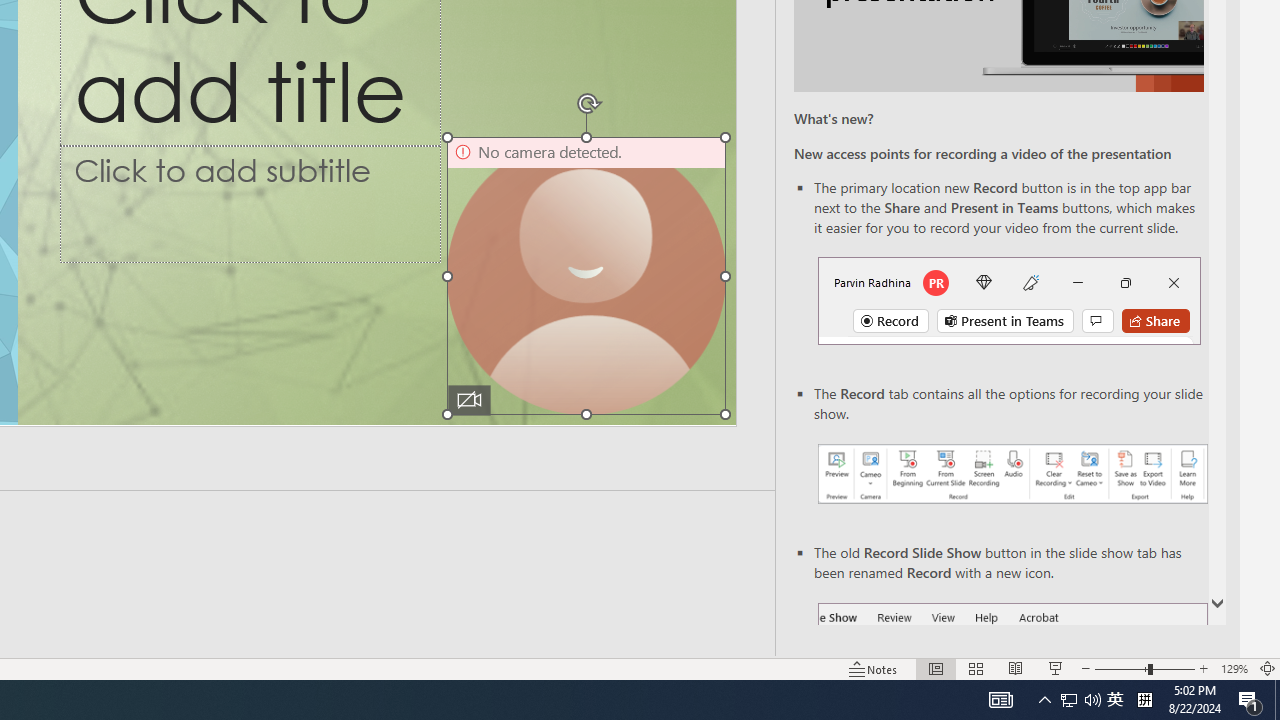  What do you see at coordinates (1013, 474) in the screenshot?
I see `'Record your presentations screenshot one'` at bounding box center [1013, 474].